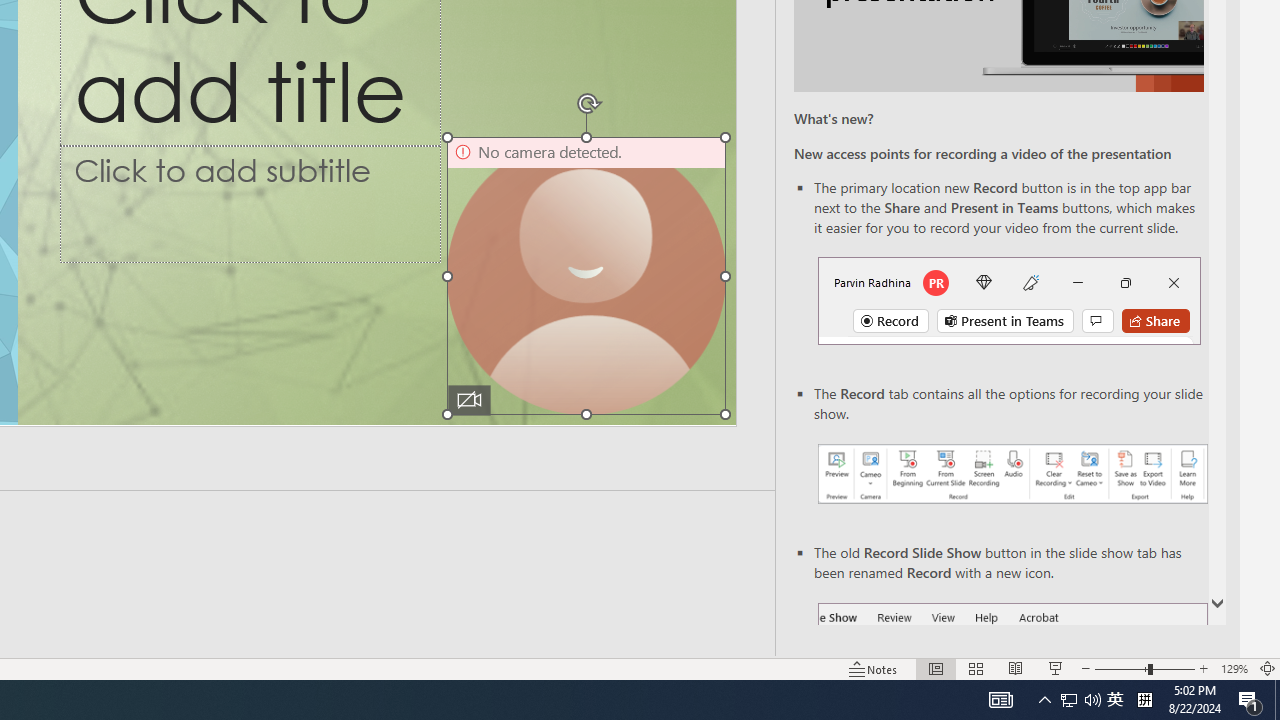  What do you see at coordinates (1013, 474) in the screenshot?
I see `'Record your presentations screenshot one'` at bounding box center [1013, 474].